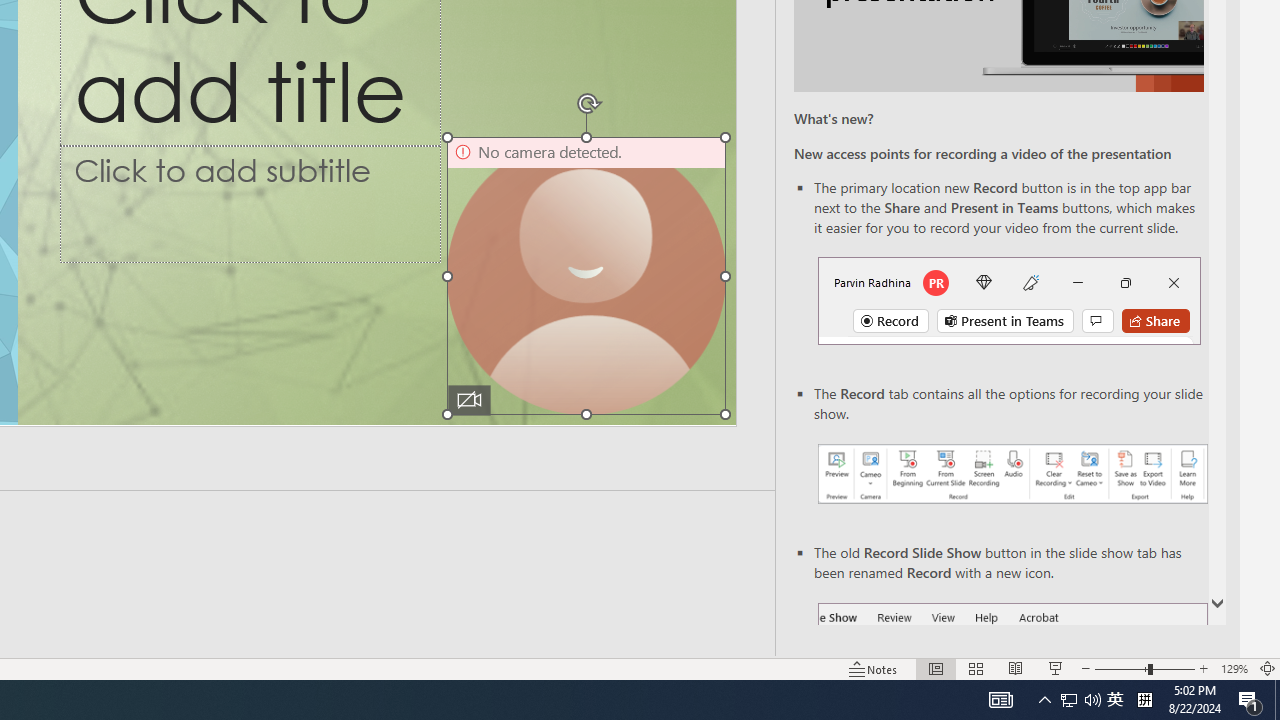  What do you see at coordinates (1013, 474) in the screenshot?
I see `'Record your presentations screenshot one'` at bounding box center [1013, 474].